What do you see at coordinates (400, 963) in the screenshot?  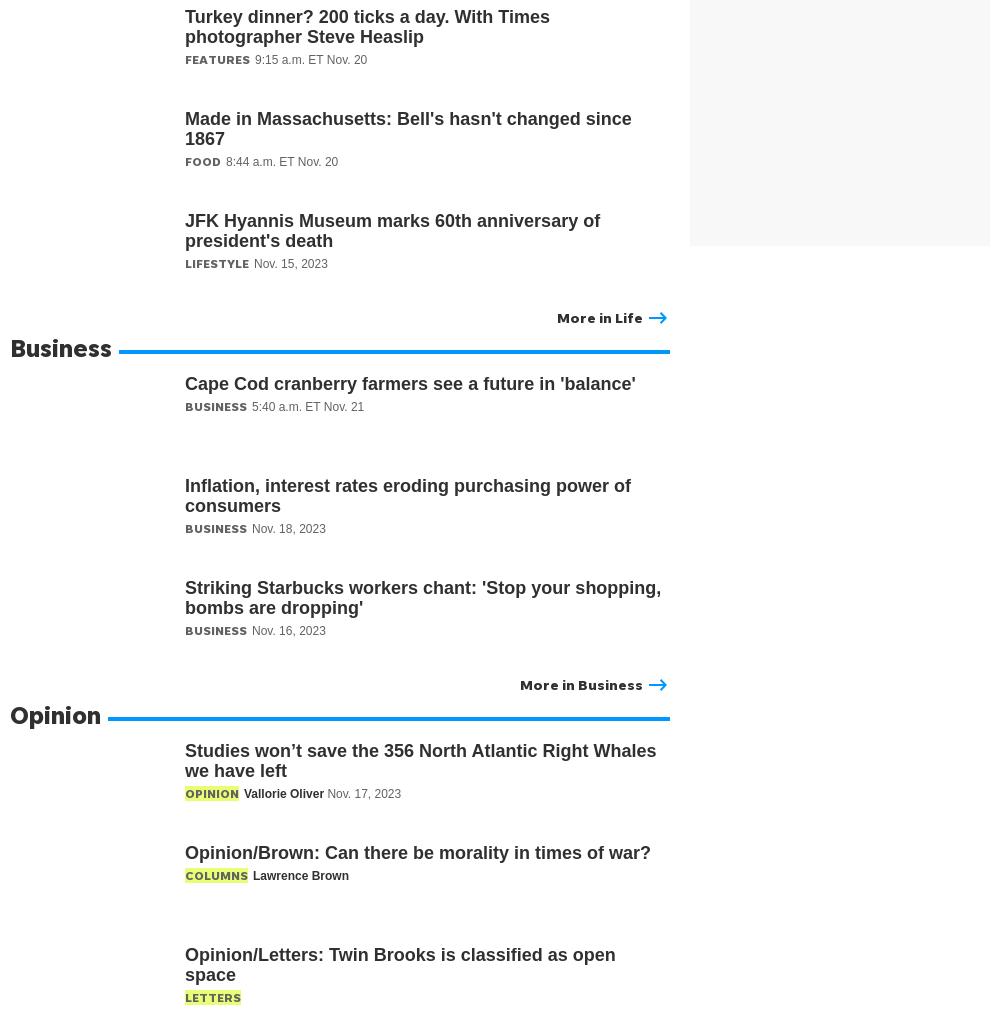 I see `'Opinion/Letters: Twin Brooks is classified as open space'` at bounding box center [400, 963].